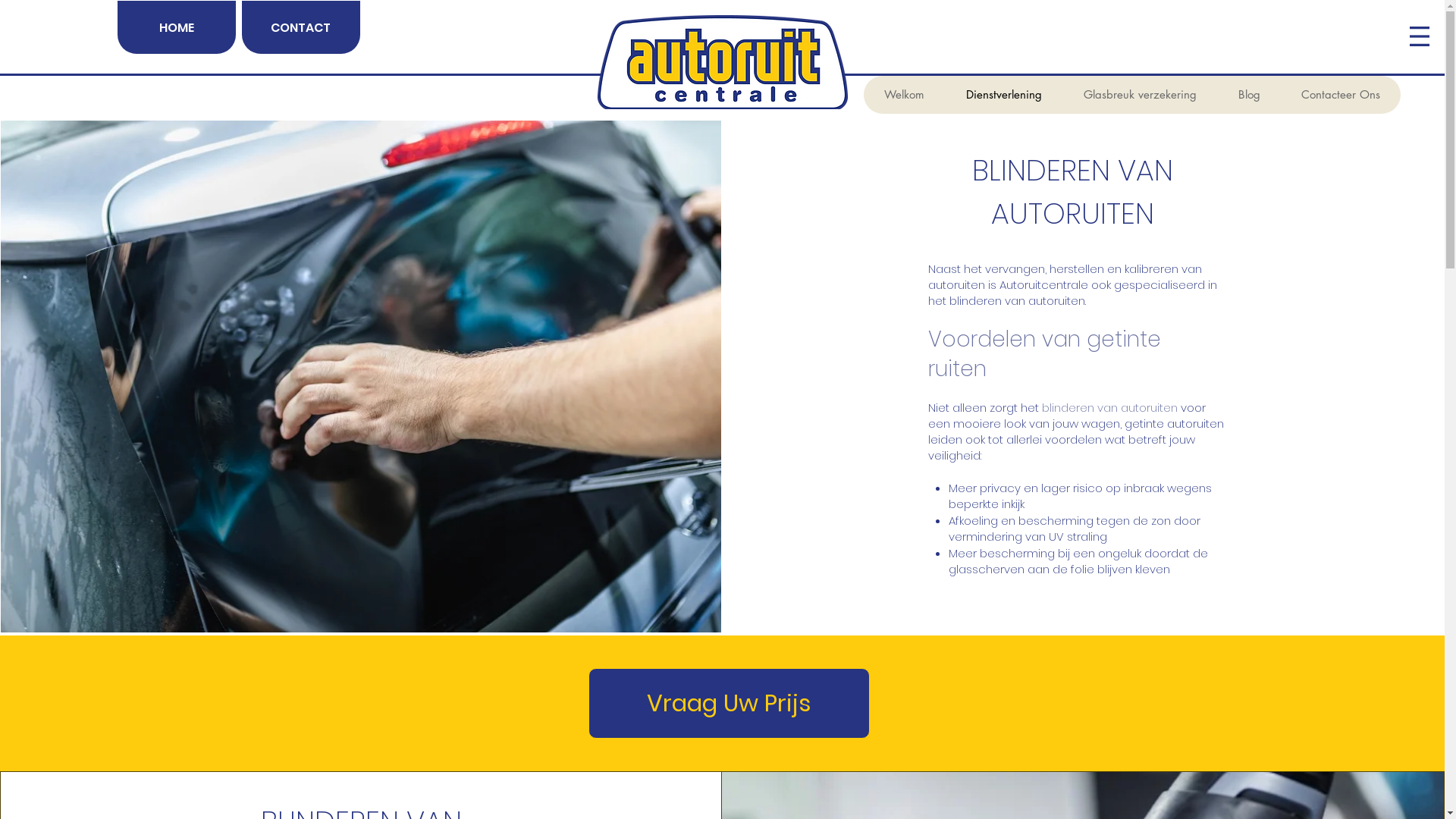 The image size is (1456, 819). Describe the element at coordinates (903, 94) in the screenshot. I see `'Welkom'` at that location.